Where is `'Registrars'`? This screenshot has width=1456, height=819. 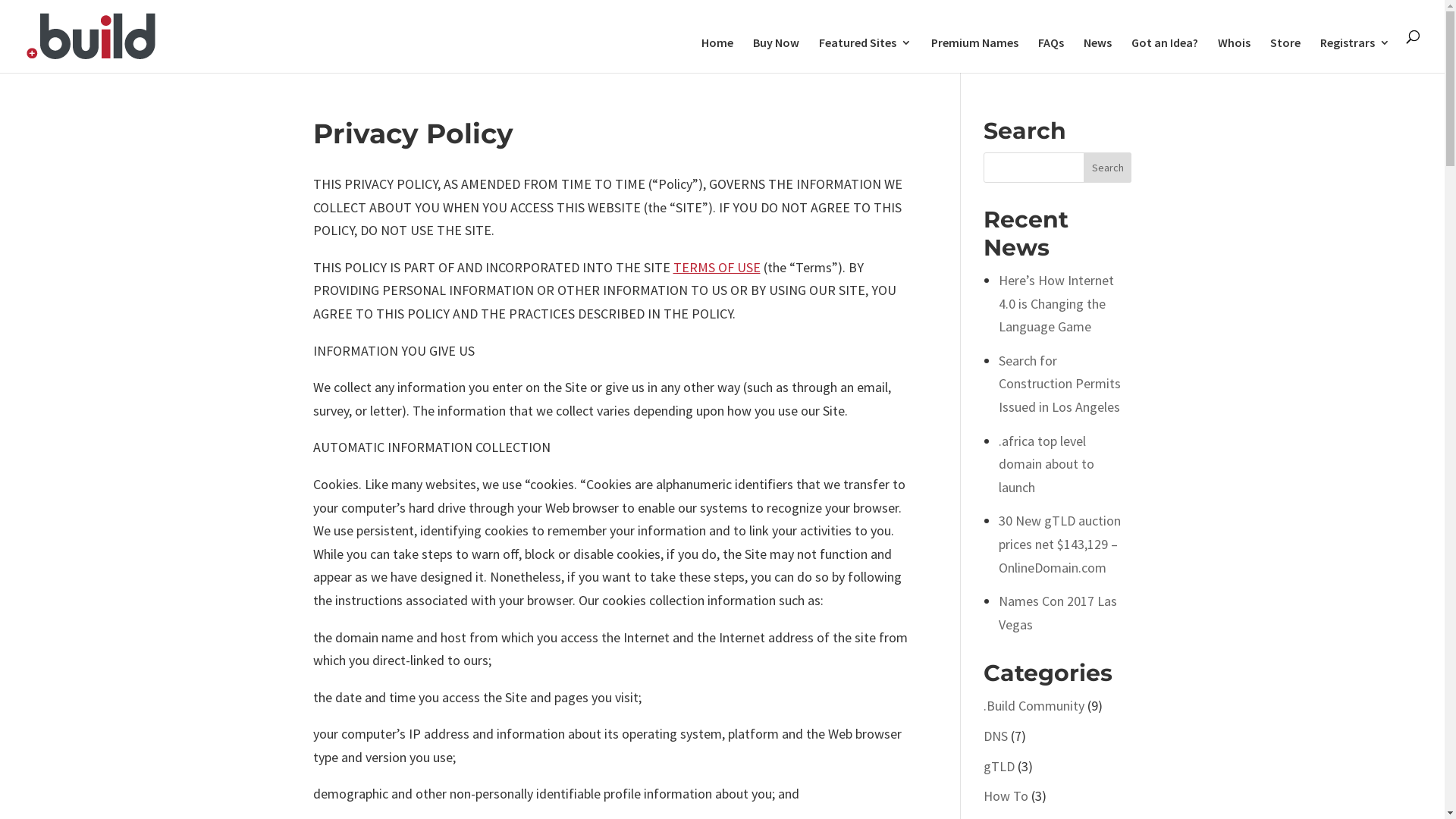 'Registrars' is located at coordinates (1319, 54).